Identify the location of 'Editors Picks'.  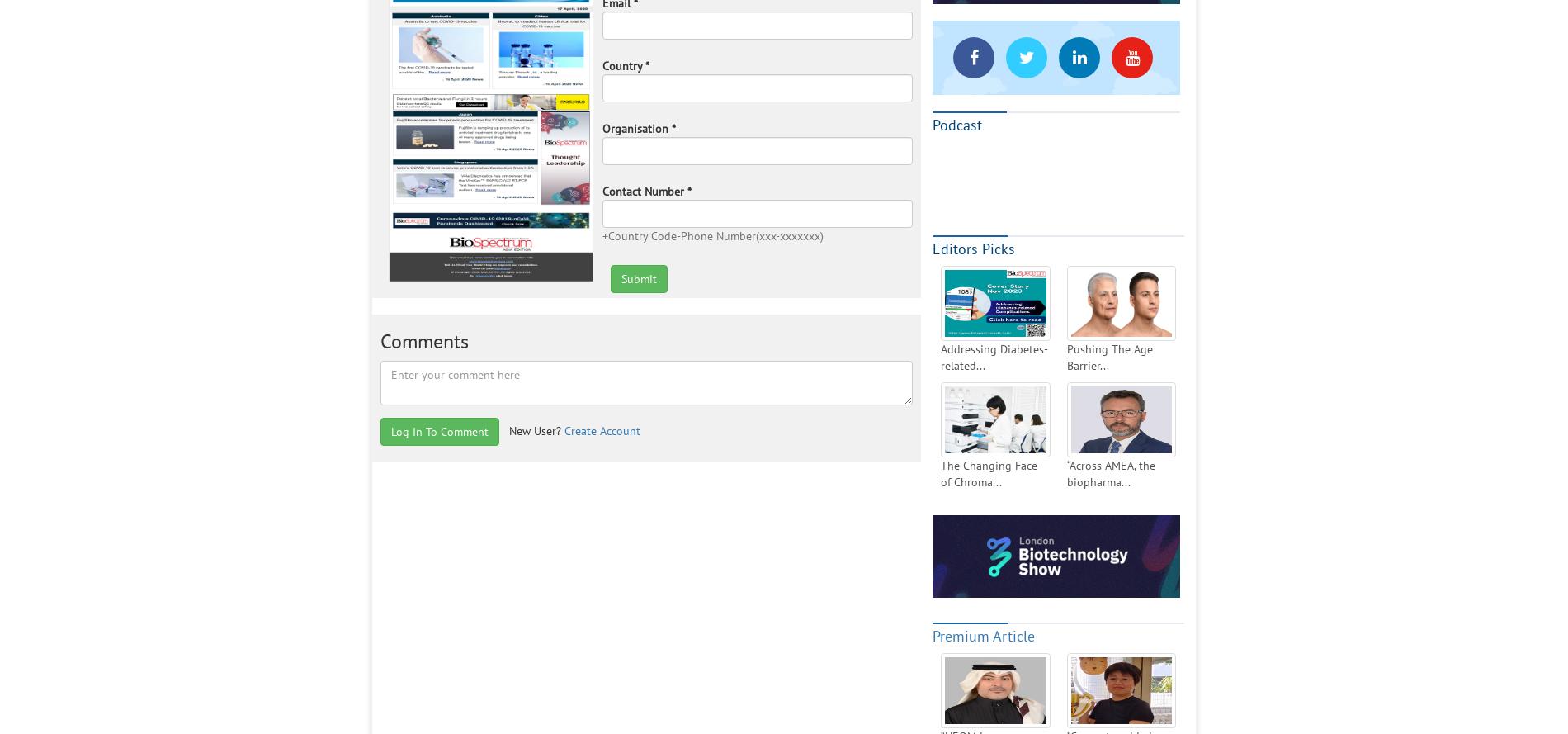
(974, 249).